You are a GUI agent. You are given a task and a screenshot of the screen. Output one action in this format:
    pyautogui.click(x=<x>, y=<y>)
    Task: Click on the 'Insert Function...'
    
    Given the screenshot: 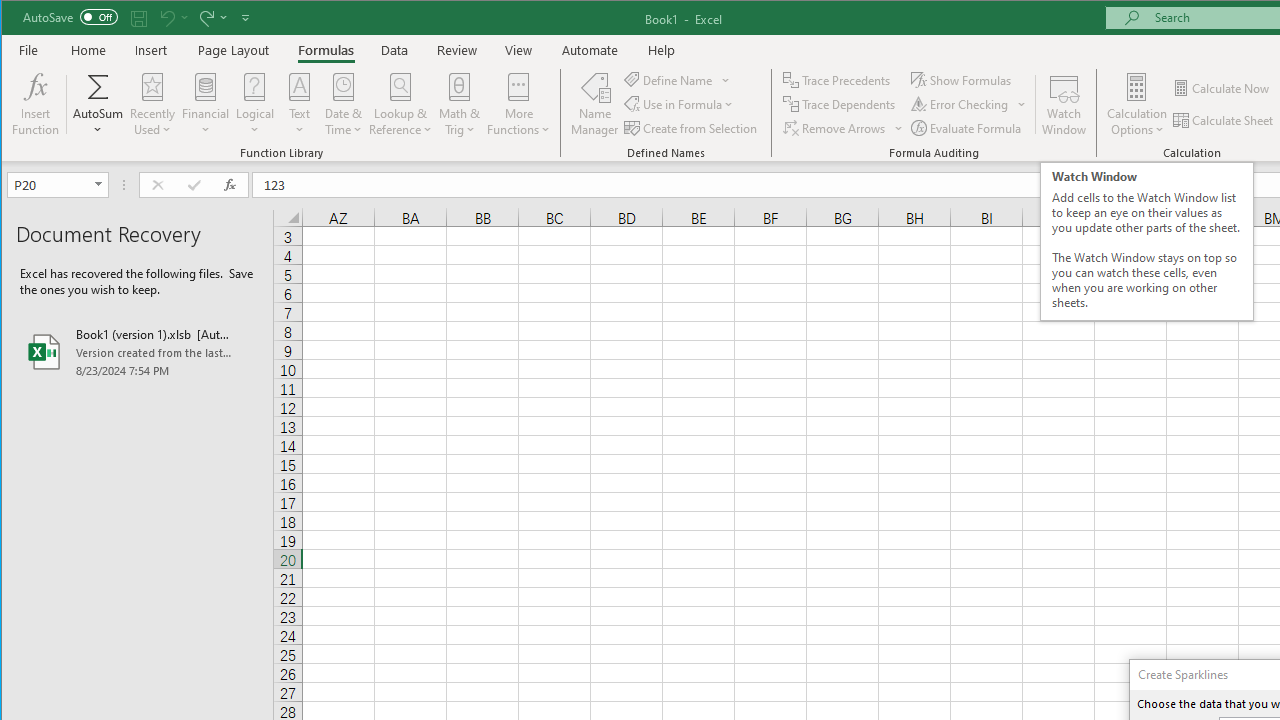 What is the action you would take?
    pyautogui.click(x=35, y=104)
    